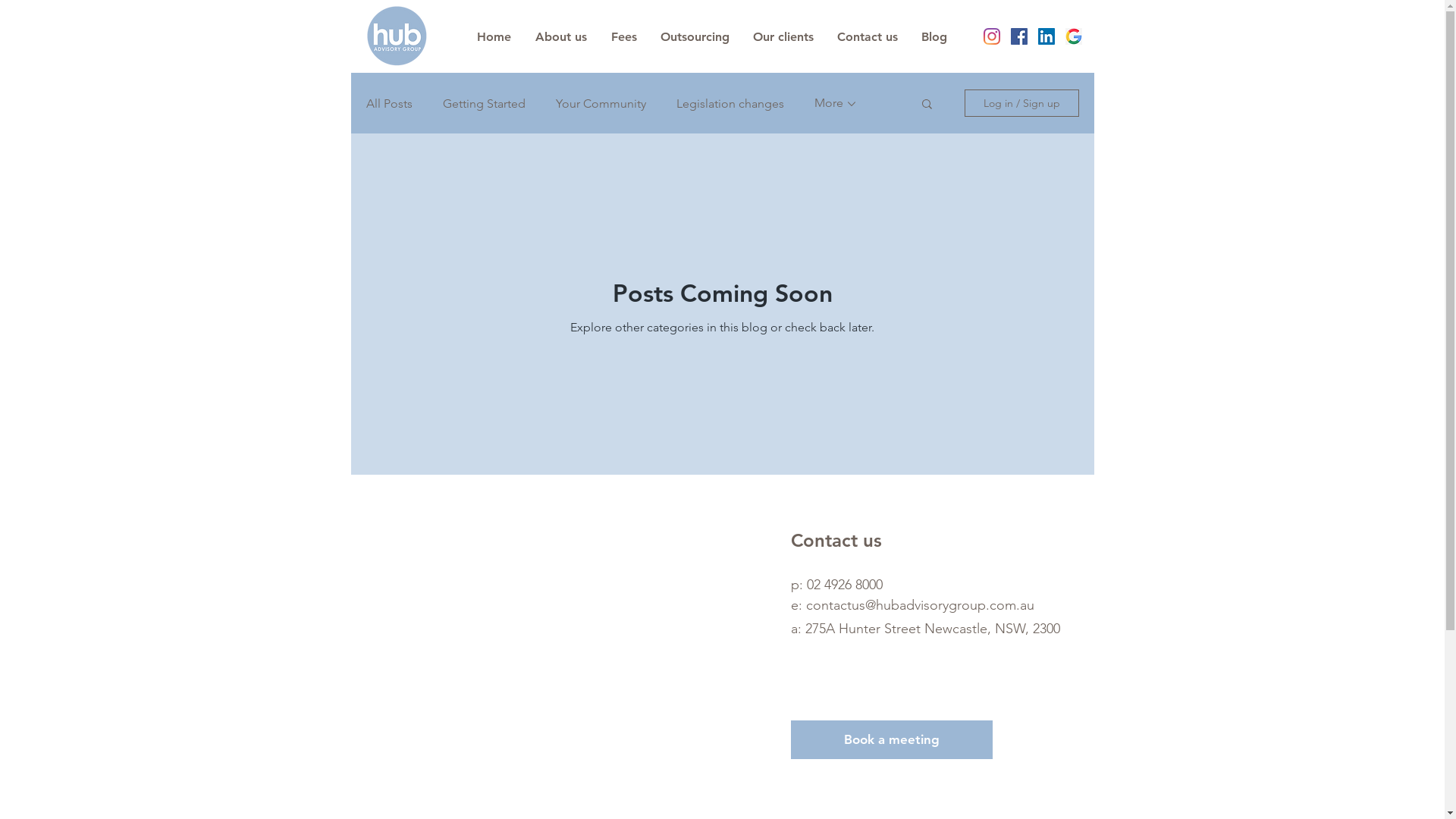 This screenshot has height=819, width=1456. What do you see at coordinates (891, 739) in the screenshot?
I see `'Book a meeting'` at bounding box center [891, 739].